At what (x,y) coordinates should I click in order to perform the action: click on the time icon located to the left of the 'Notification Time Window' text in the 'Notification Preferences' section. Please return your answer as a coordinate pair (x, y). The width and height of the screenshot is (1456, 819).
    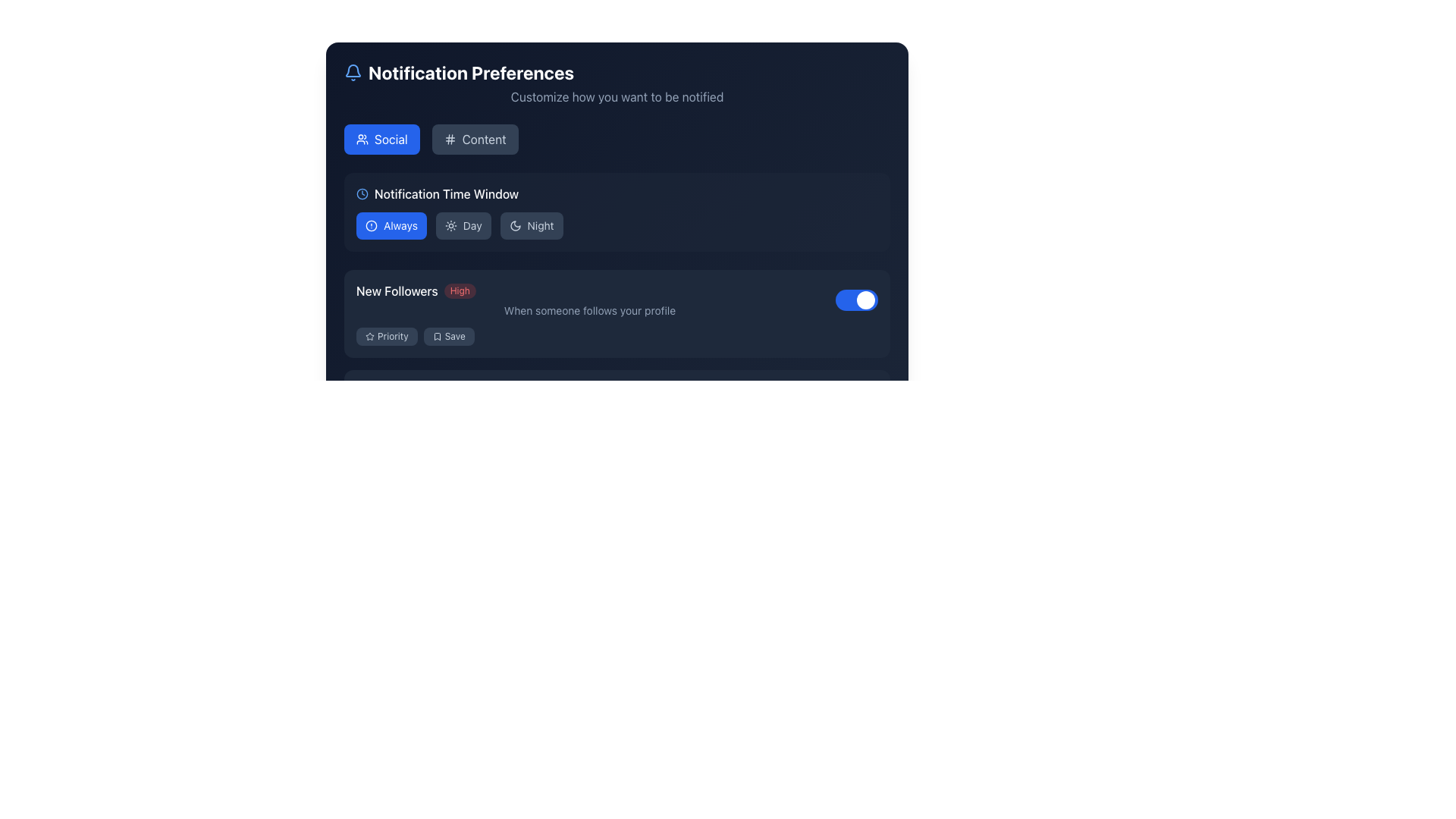
    Looking at the image, I should click on (362, 193).